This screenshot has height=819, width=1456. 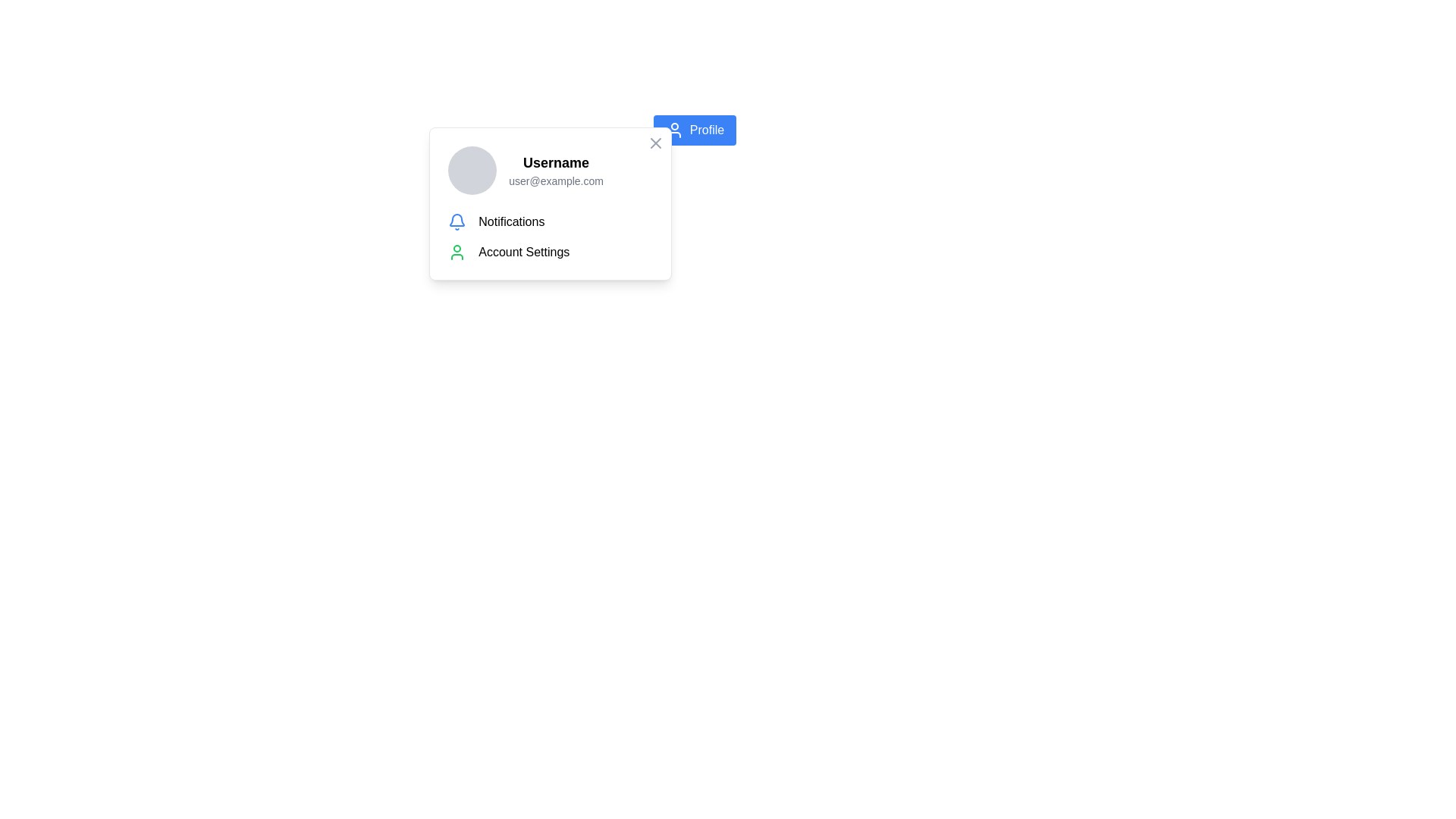 I want to click on the user silhouette icon located on the blue 'Profile' button near the top-right corner of the interface, so click(x=673, y=130).